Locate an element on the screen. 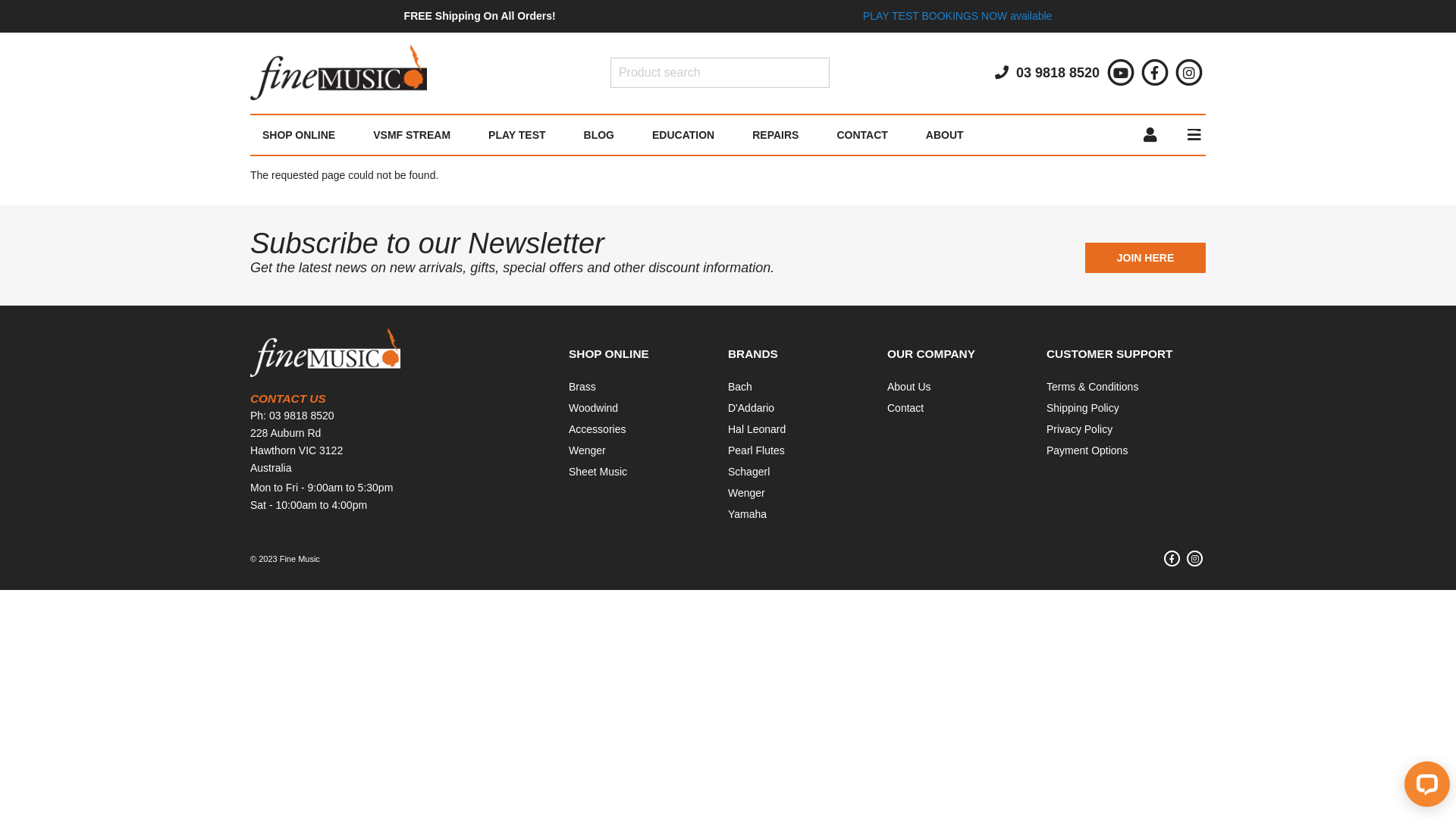 The image size is (1456, 819). 'VSMF STREAM' is located at coordinates (411, 133).